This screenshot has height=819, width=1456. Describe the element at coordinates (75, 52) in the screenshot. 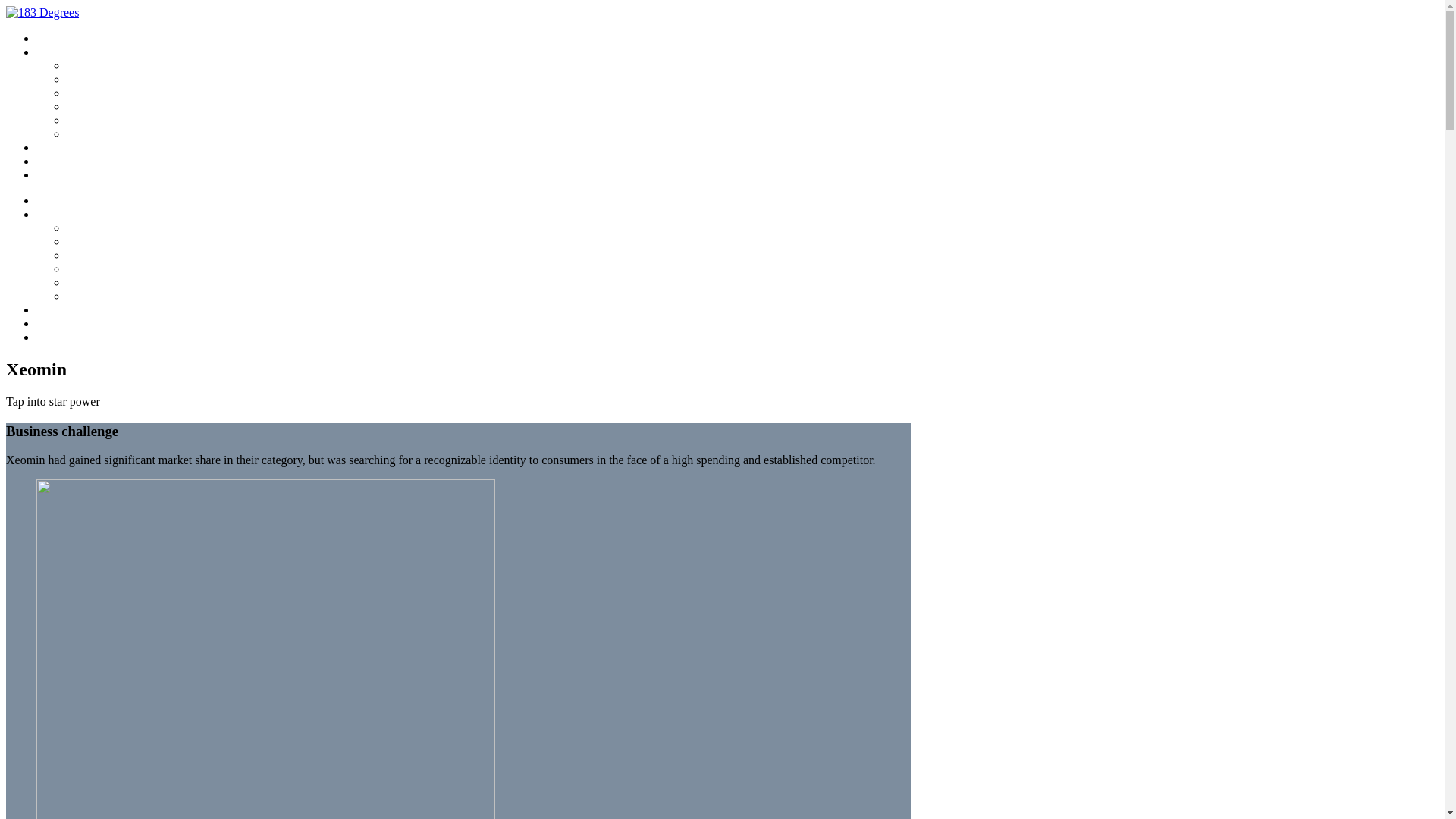

I see `'Featured Projects'` at that location.